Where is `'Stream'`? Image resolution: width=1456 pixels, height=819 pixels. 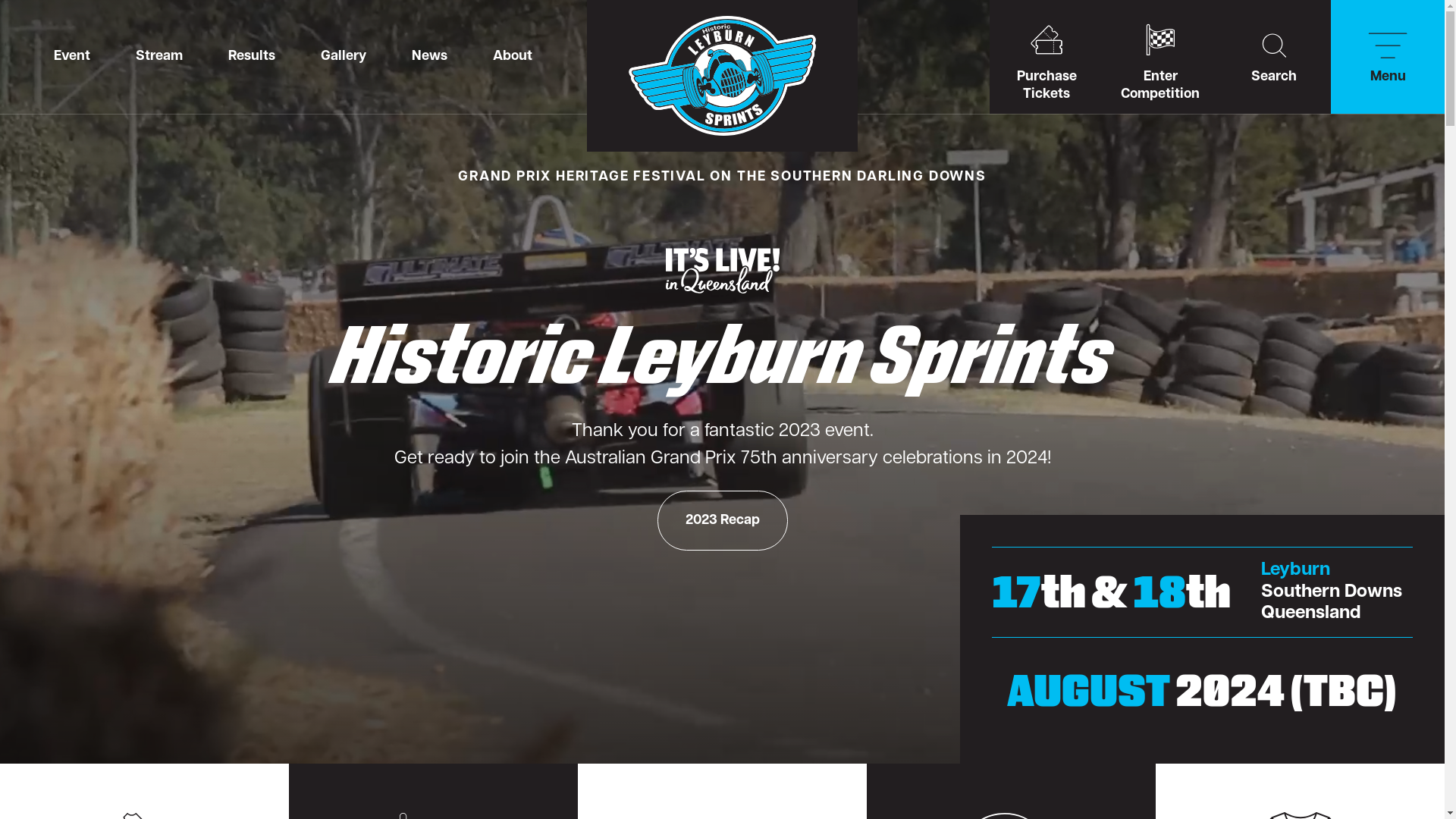
'Stream' is located at coordinates (159, 55).